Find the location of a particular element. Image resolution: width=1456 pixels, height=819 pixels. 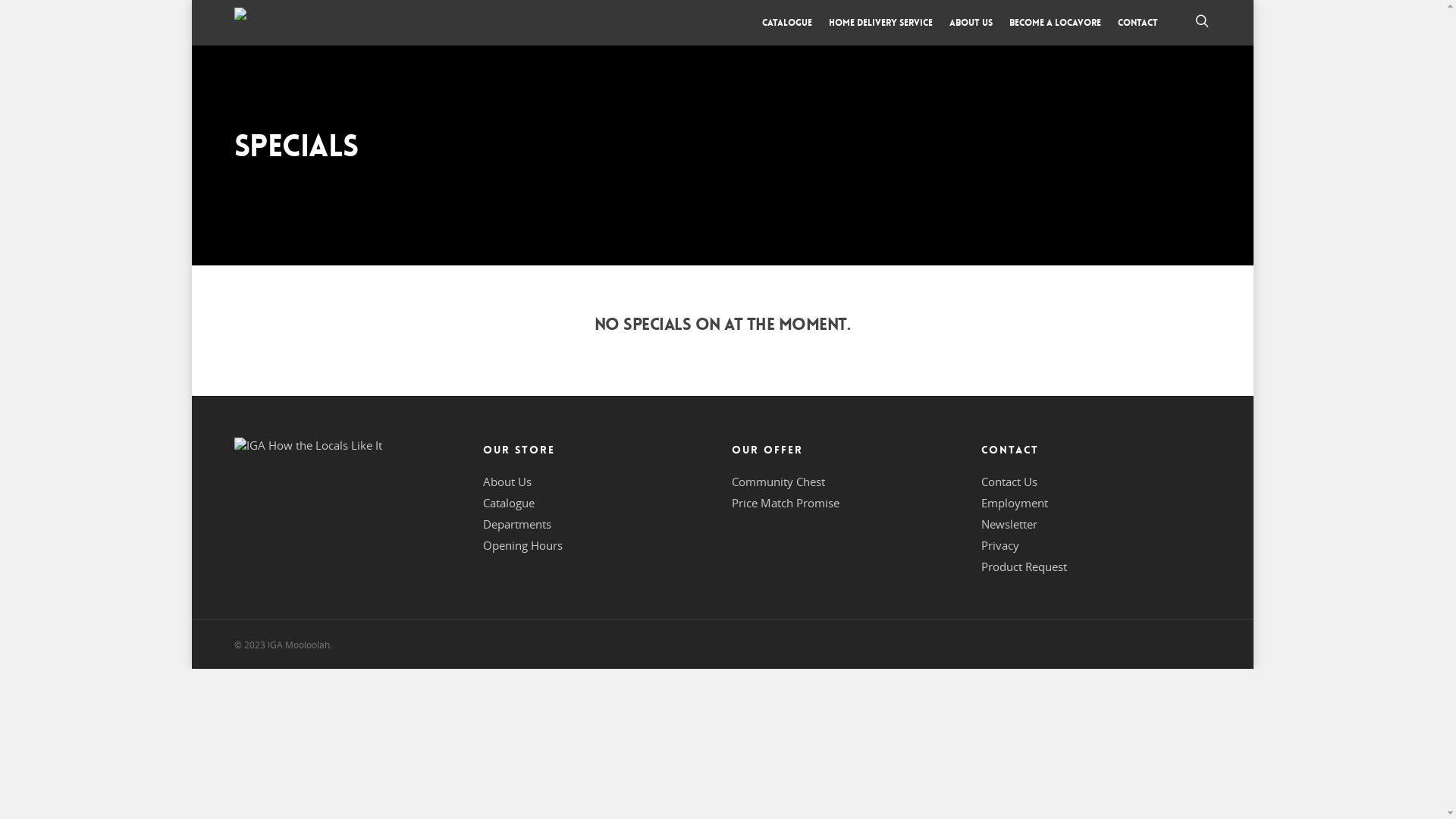

'Privacy' is located at coordinates (1000, 544).